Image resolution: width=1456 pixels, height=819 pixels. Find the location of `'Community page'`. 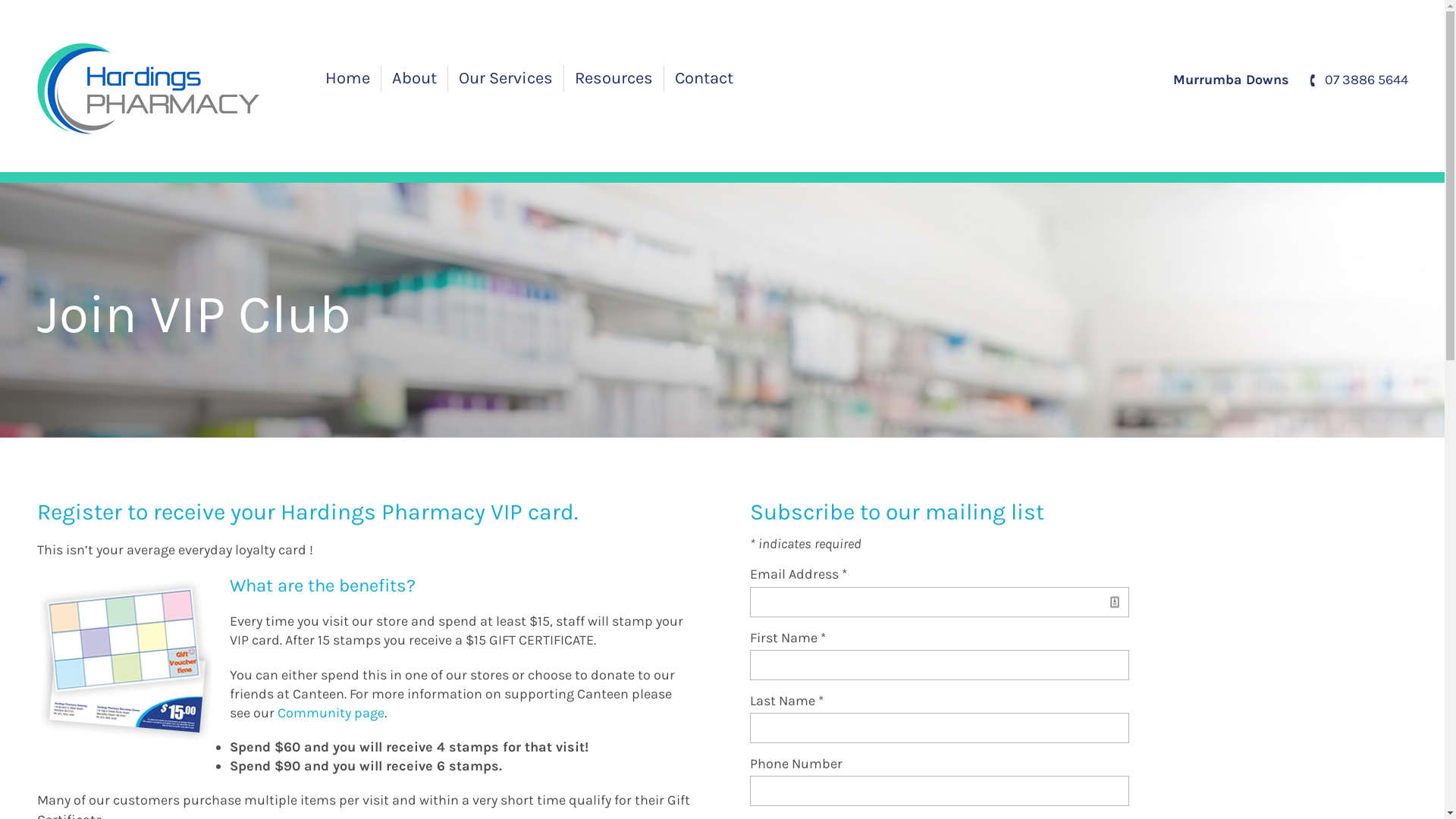

'Community page' is located at coordinates (330, 713).